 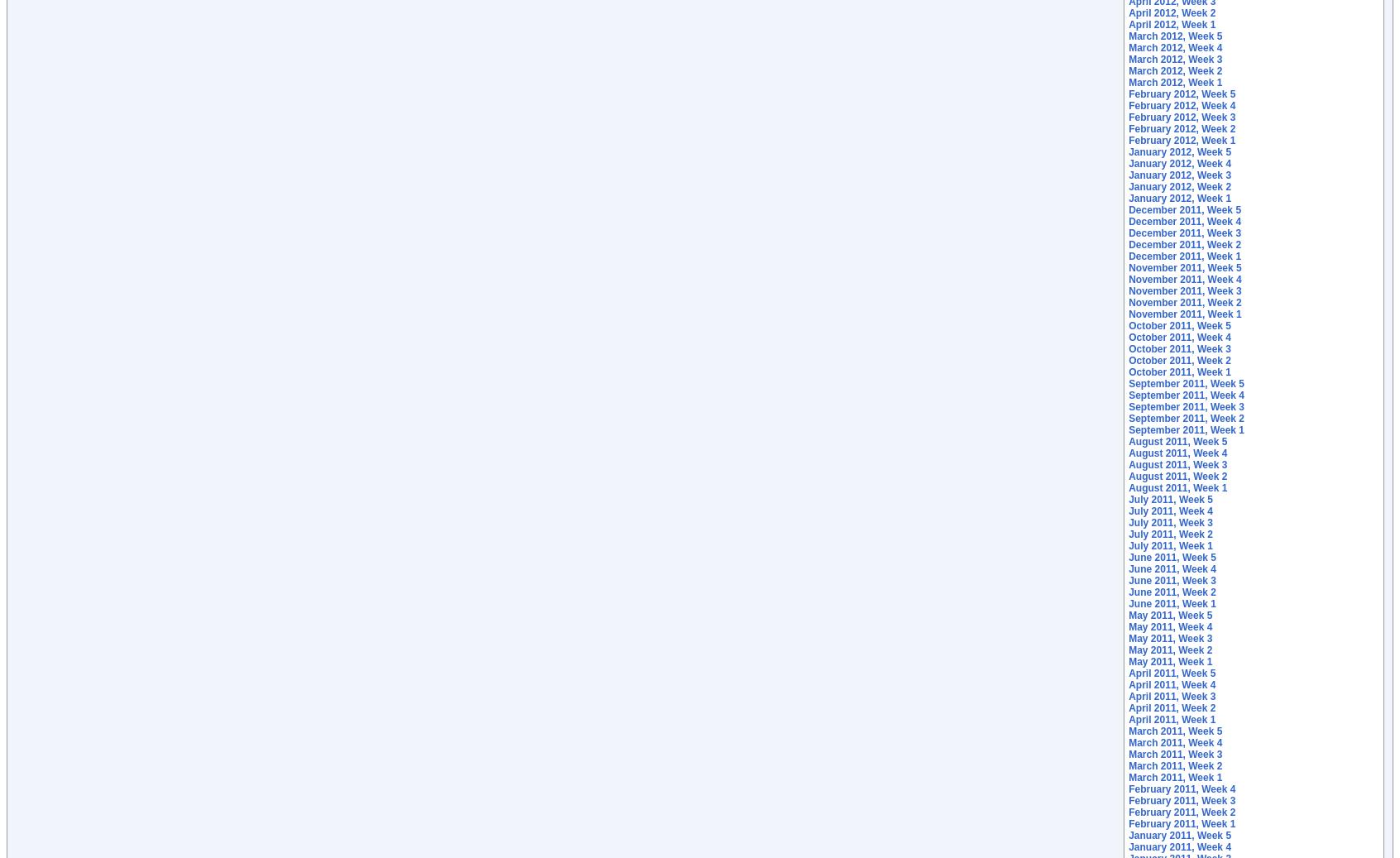 I want to click on 'January 2012, Week 5', so click(x=1179, y=151).